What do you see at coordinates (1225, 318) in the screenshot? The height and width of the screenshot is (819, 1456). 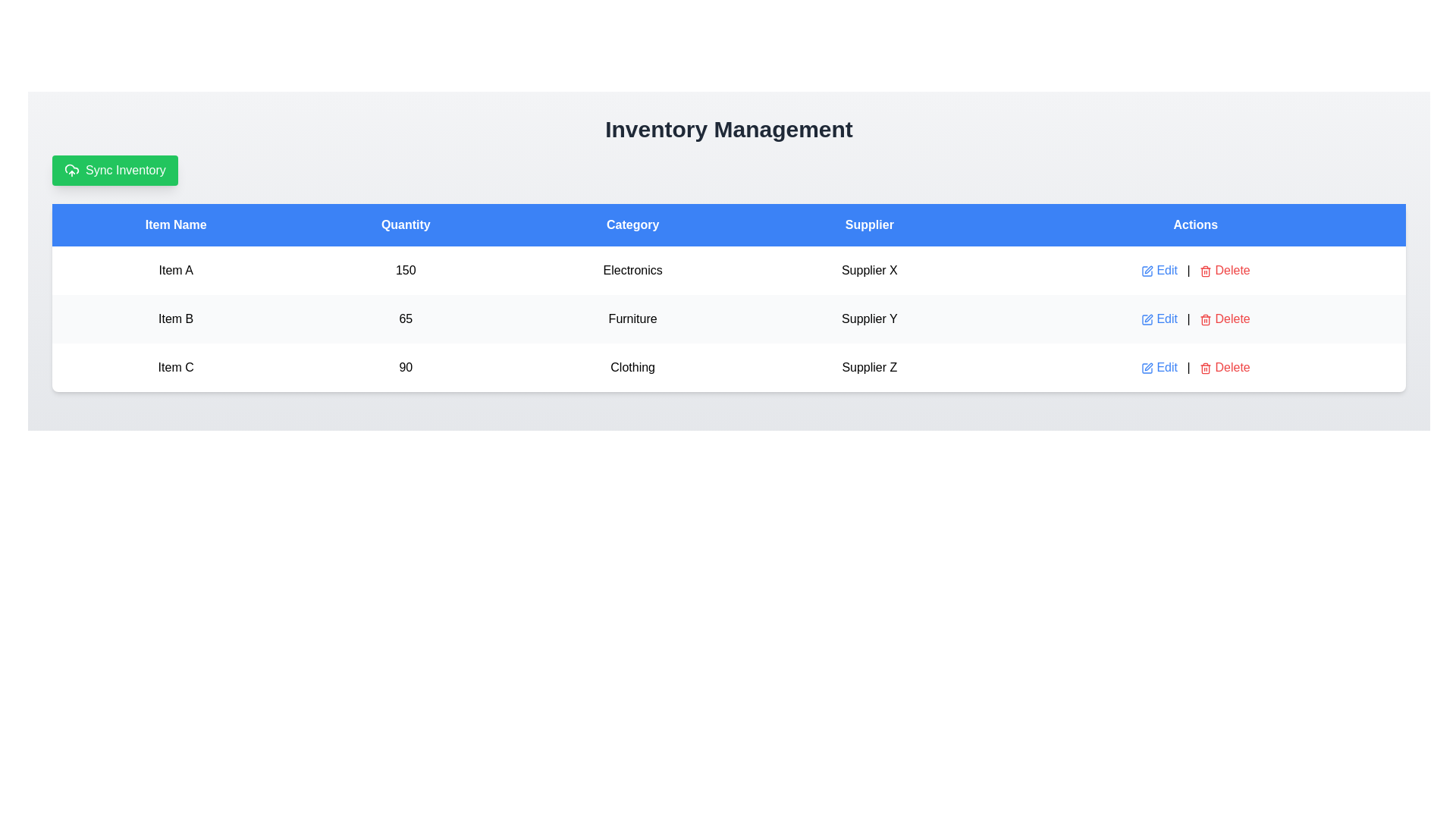 I see `the delete hyperlink styled as a text link with an icon in the 'Actions' column of the table aligned with 'Item B' to underline the text` at bounding box center [1225, 318].